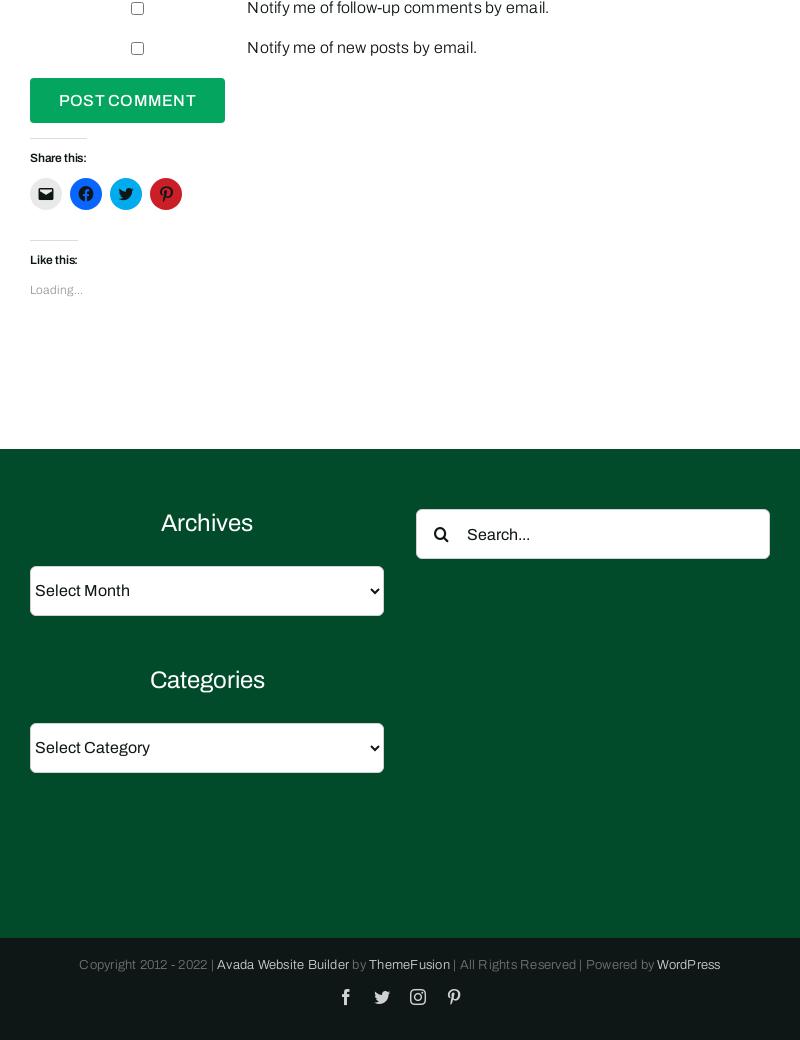 The width and height of the screenshot is (800, 1040). I want to click on 'Share this:', so click(30, 157).